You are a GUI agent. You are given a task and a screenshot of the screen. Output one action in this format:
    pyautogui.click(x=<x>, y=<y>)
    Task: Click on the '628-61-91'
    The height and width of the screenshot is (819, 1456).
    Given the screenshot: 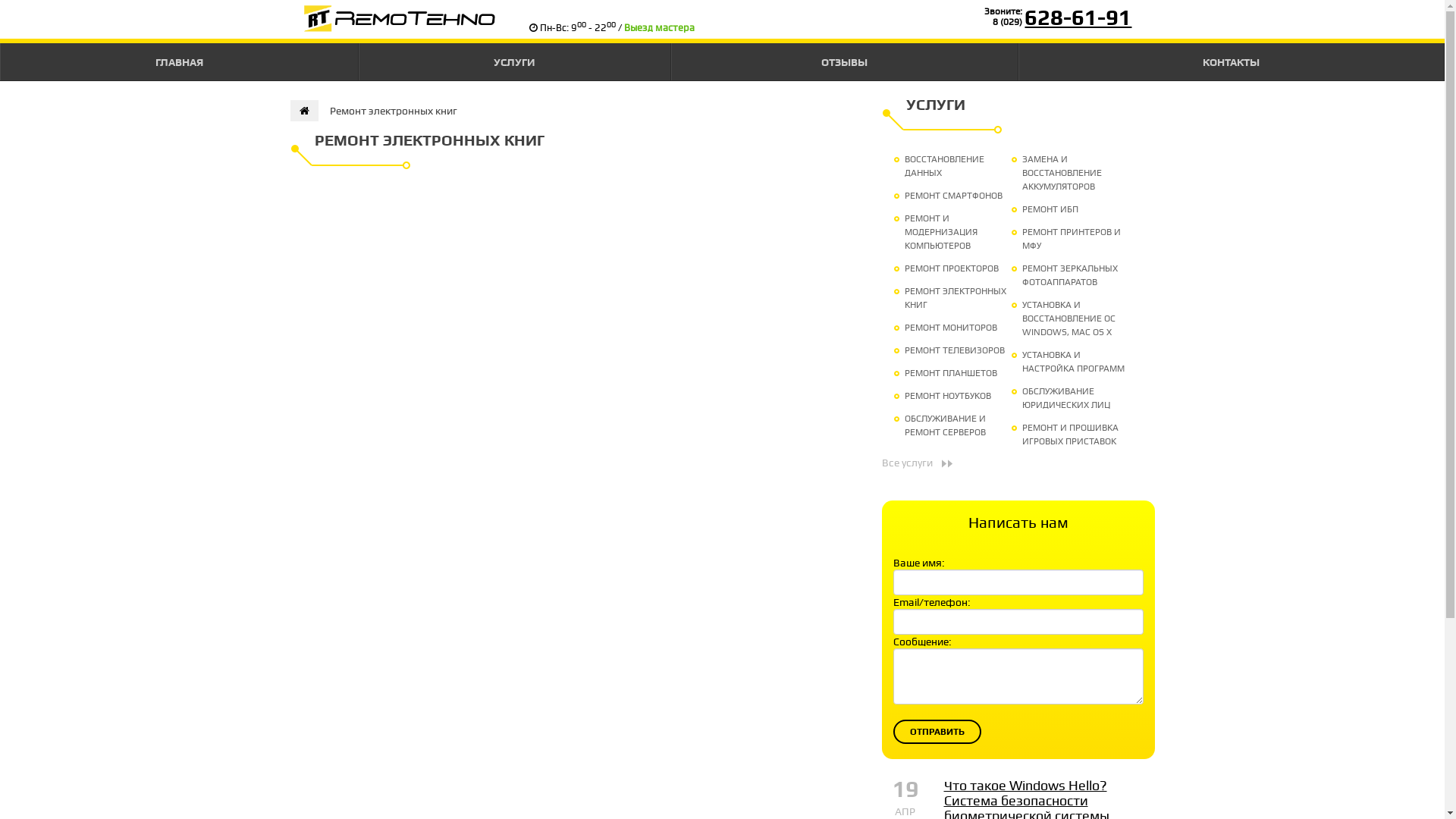 What is the action you would take?
    pyautogui.click(x=1077, y=17)
    